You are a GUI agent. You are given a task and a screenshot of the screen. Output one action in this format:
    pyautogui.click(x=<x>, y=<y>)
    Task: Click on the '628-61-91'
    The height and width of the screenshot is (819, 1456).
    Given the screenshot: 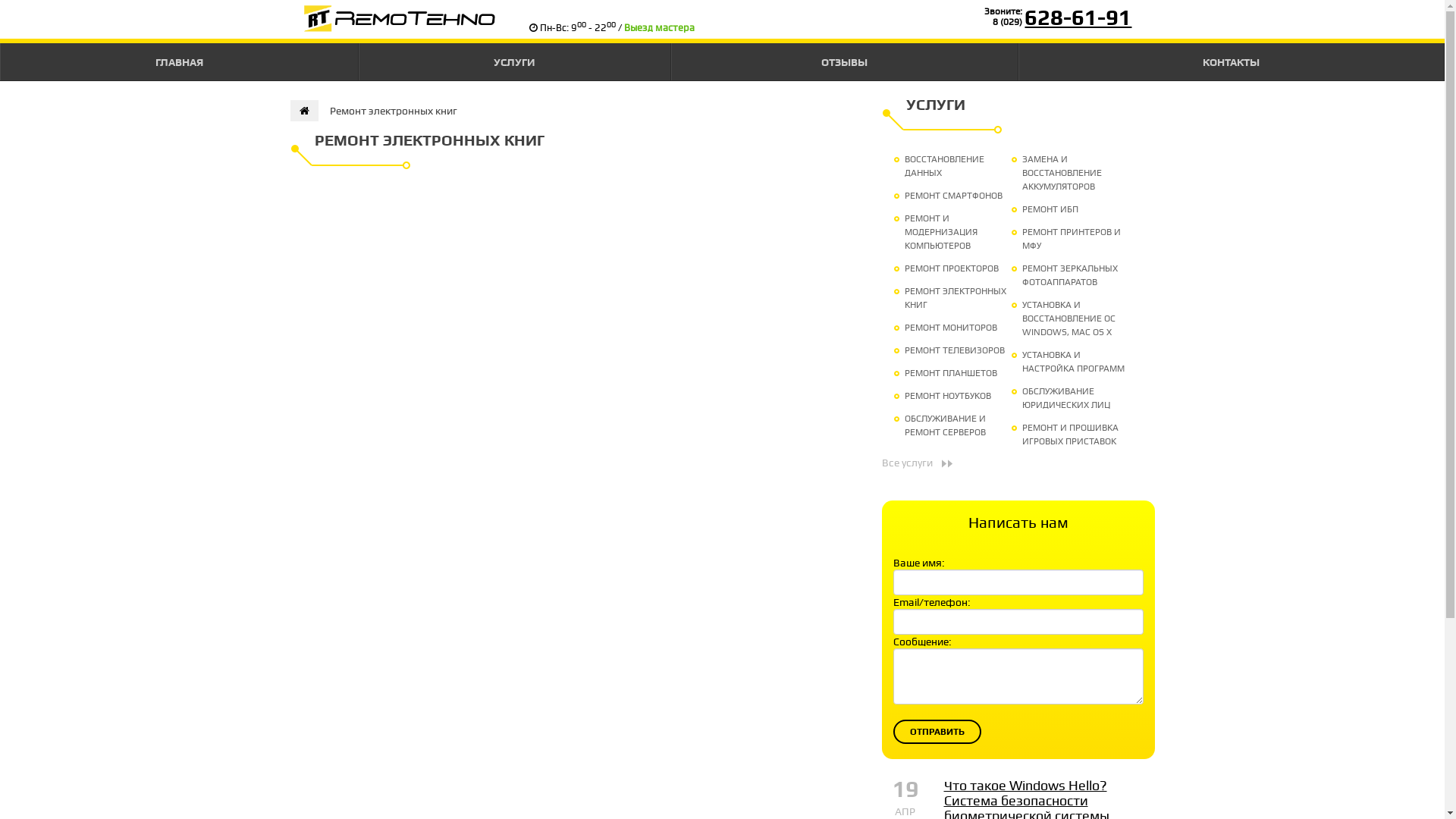 What is the action you would take?
    pyautogui.click(x=1077, y=17)
    